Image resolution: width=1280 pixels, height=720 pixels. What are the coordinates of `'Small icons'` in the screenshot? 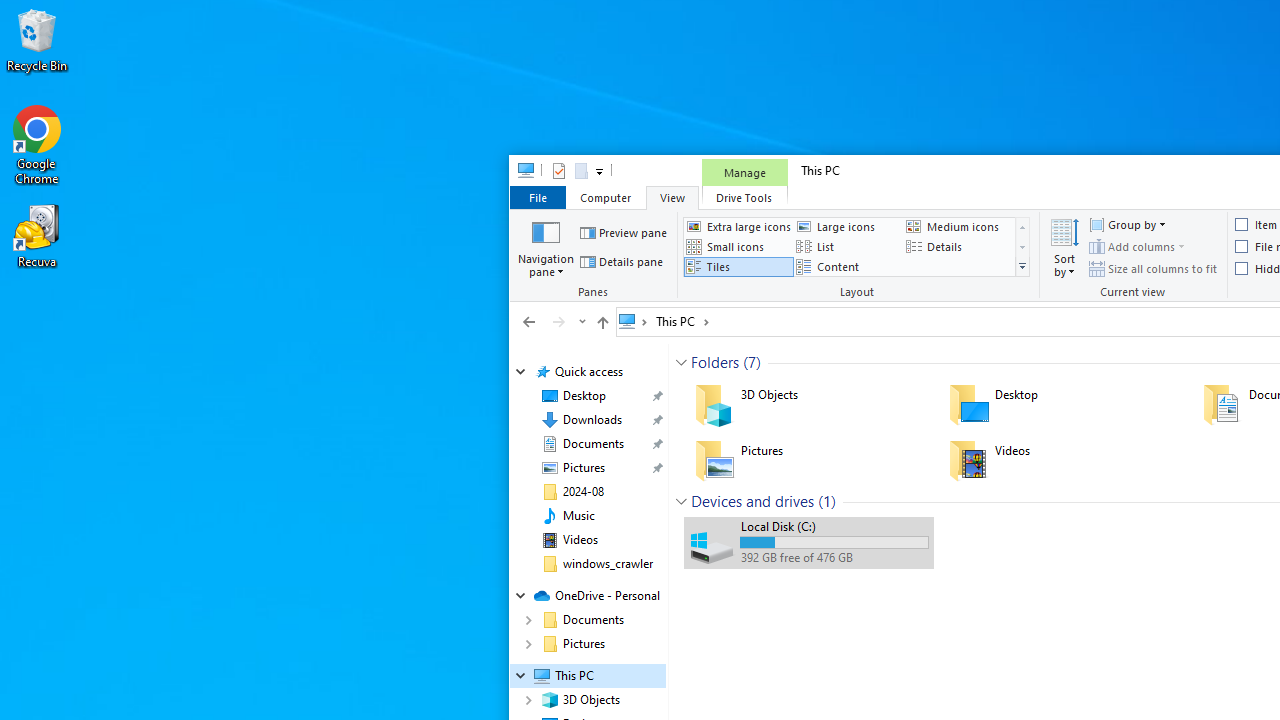 It's located at (737, 245).